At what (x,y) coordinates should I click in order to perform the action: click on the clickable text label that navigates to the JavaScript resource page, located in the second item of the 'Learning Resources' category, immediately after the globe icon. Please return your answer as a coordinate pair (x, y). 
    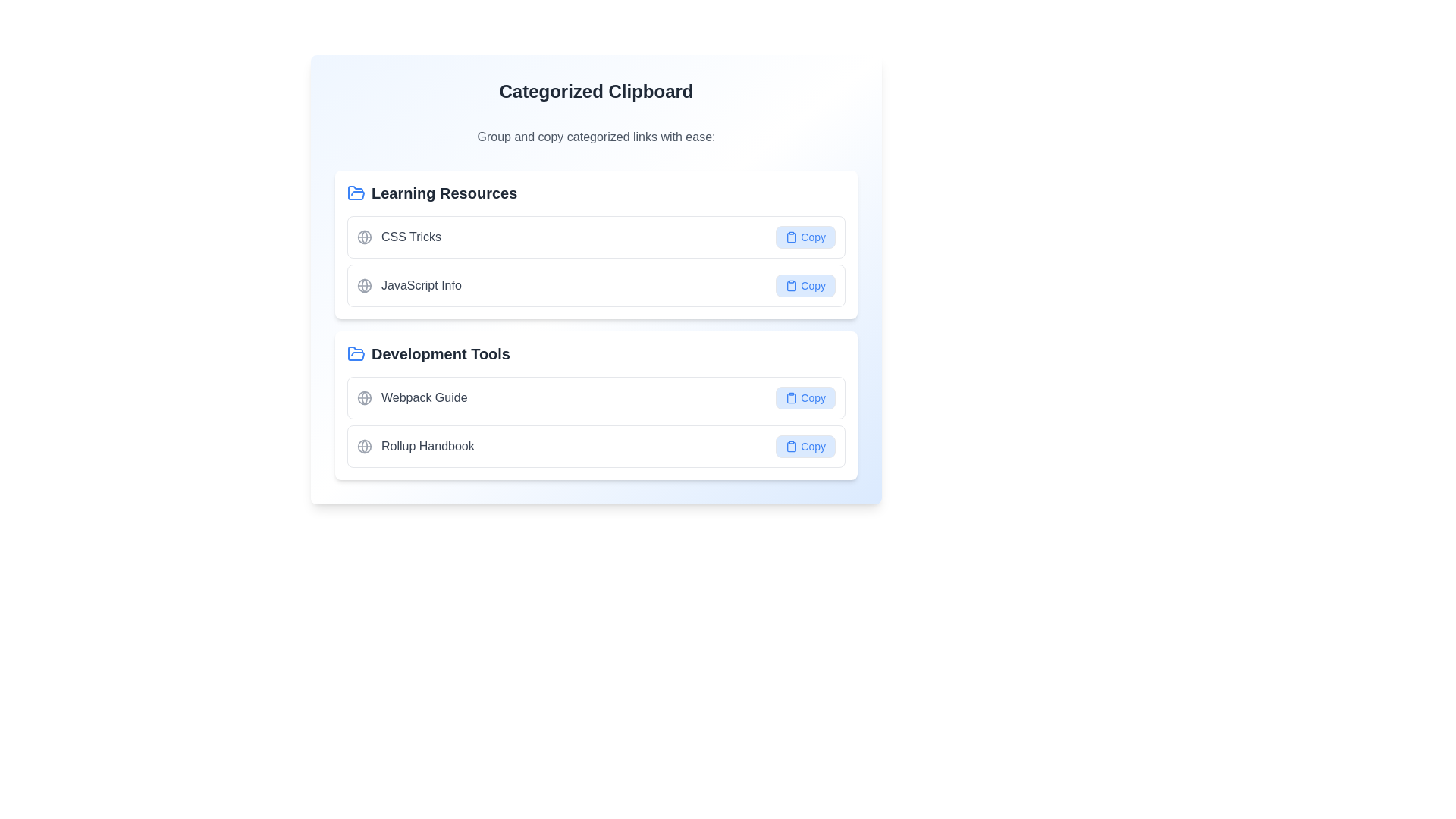
    Looking at the image, I should click on (421, 286).